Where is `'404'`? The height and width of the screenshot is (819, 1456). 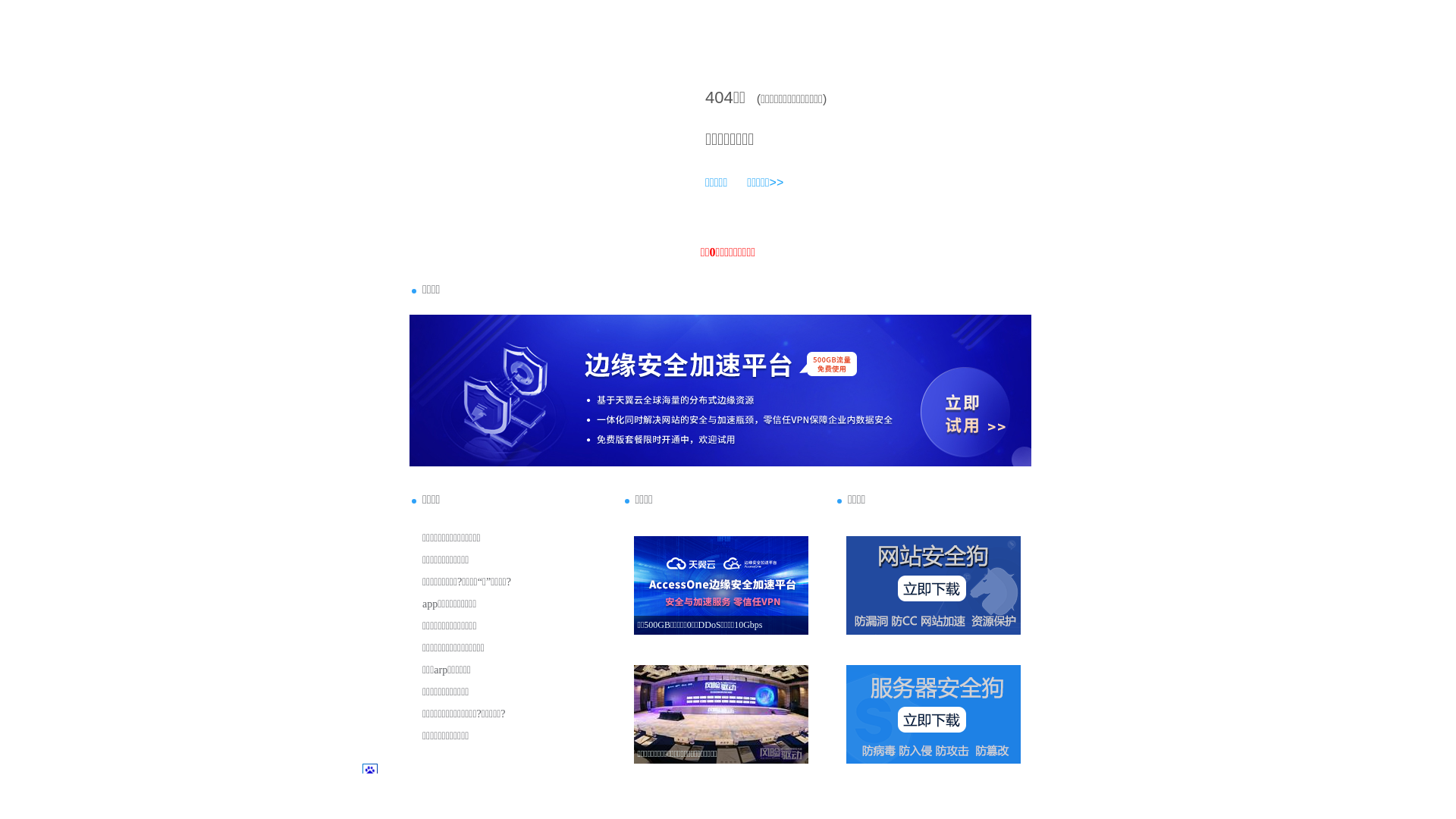 '404' is located at coordinates (704, 97).